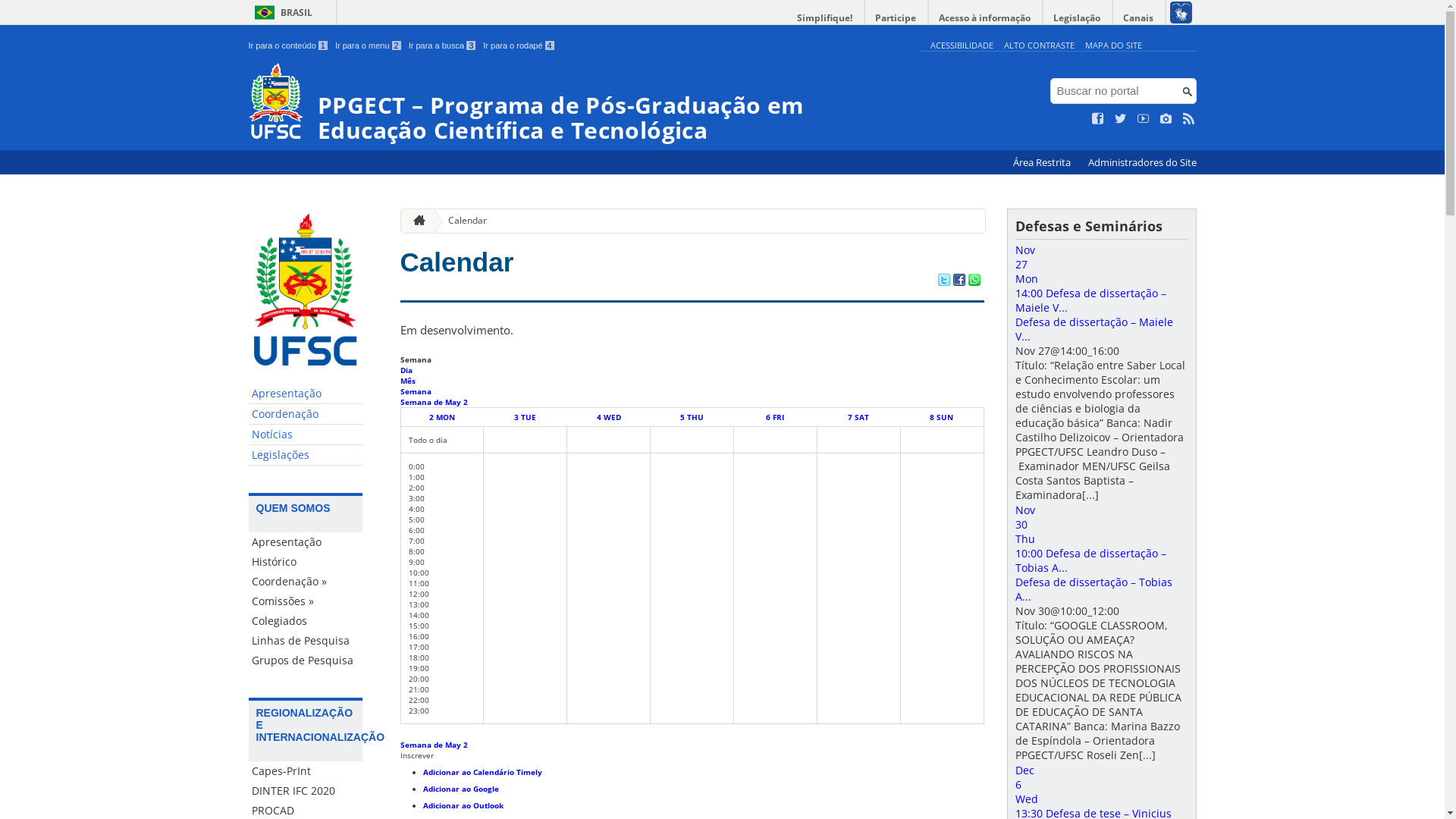 This screenshot has height=819, width=1456. I want to click on 'ACESSIBILIDADE', so click(960, 44).